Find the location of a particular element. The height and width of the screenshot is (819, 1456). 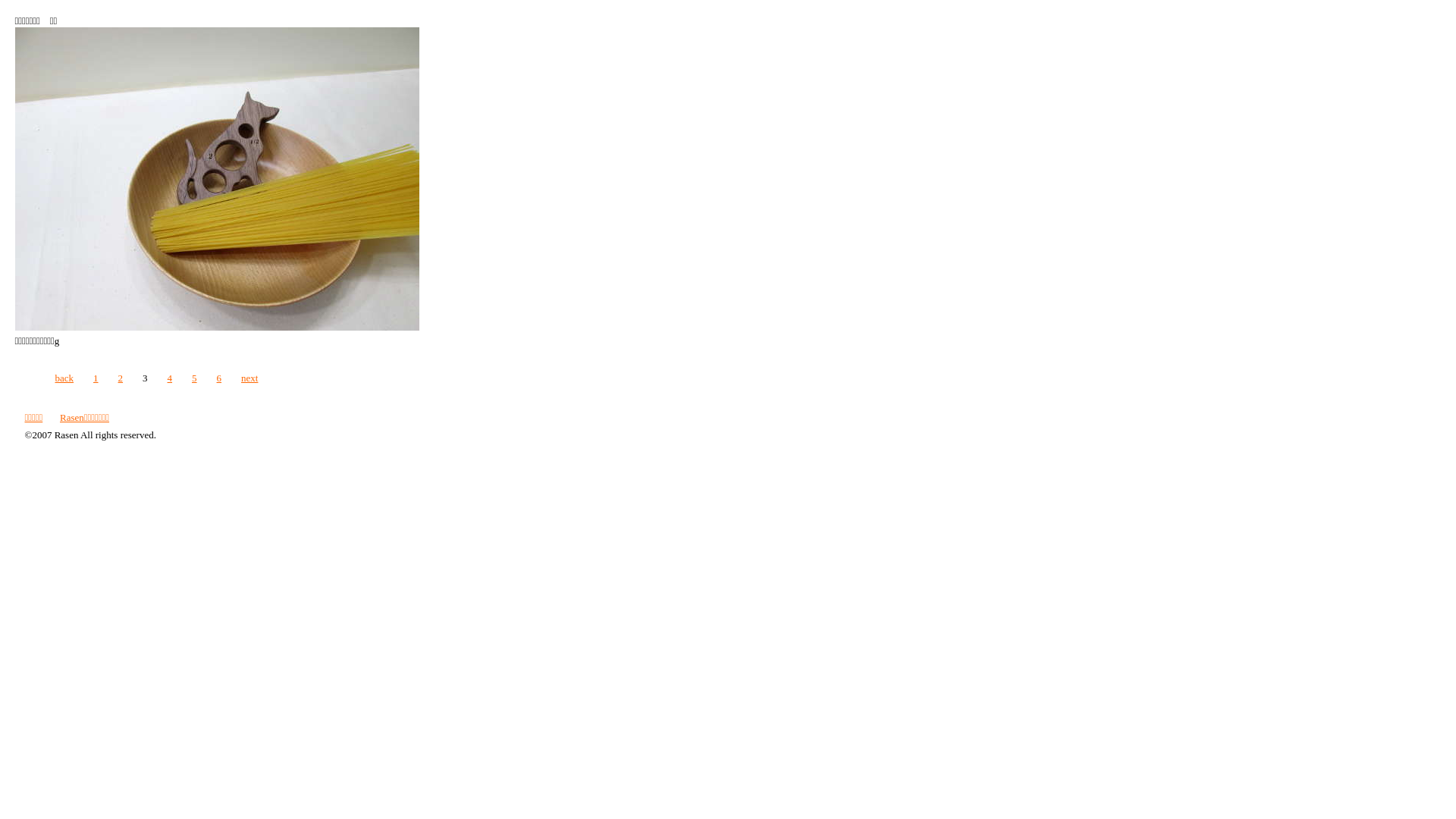

'2' is located at coordinates (118, 376).